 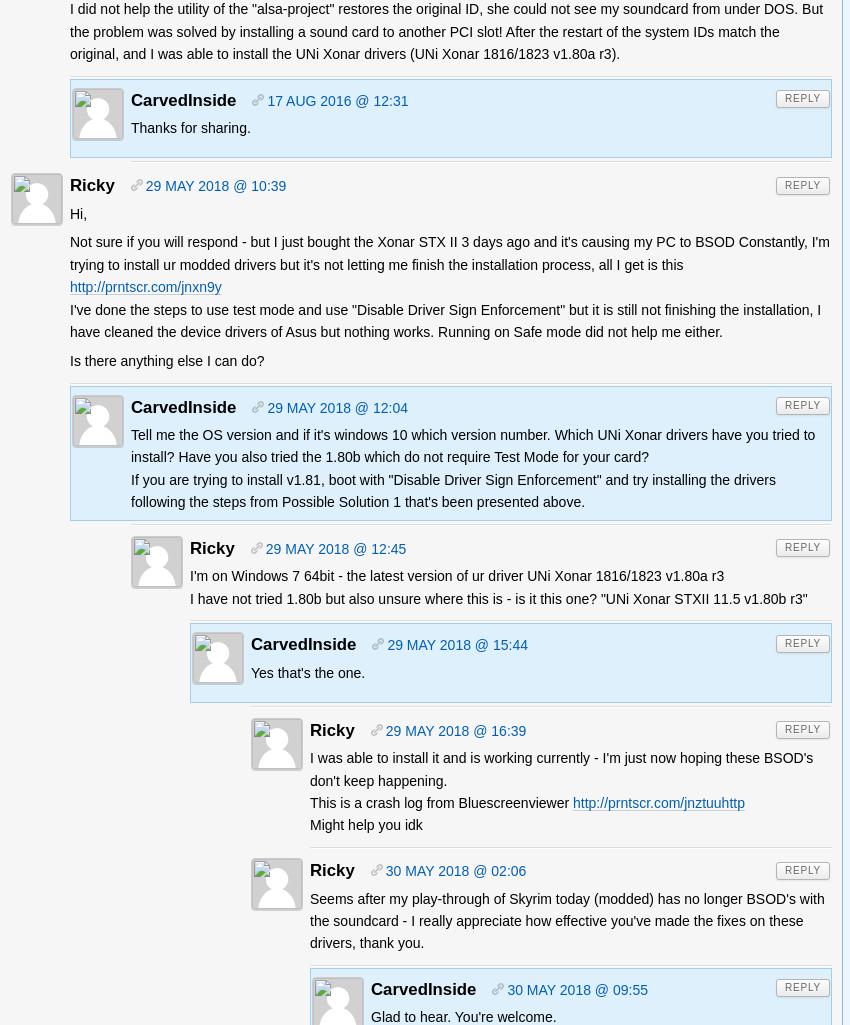 I want to click on 'Not sure if you will respond - but I just bought the Xonar STX II 3 days ago and it's causing my PC to BSOD Constantly, I'm trying to install ur modded drivers but it's not letting me finish the installation process, all I get is this', so click(x=448, y=251).